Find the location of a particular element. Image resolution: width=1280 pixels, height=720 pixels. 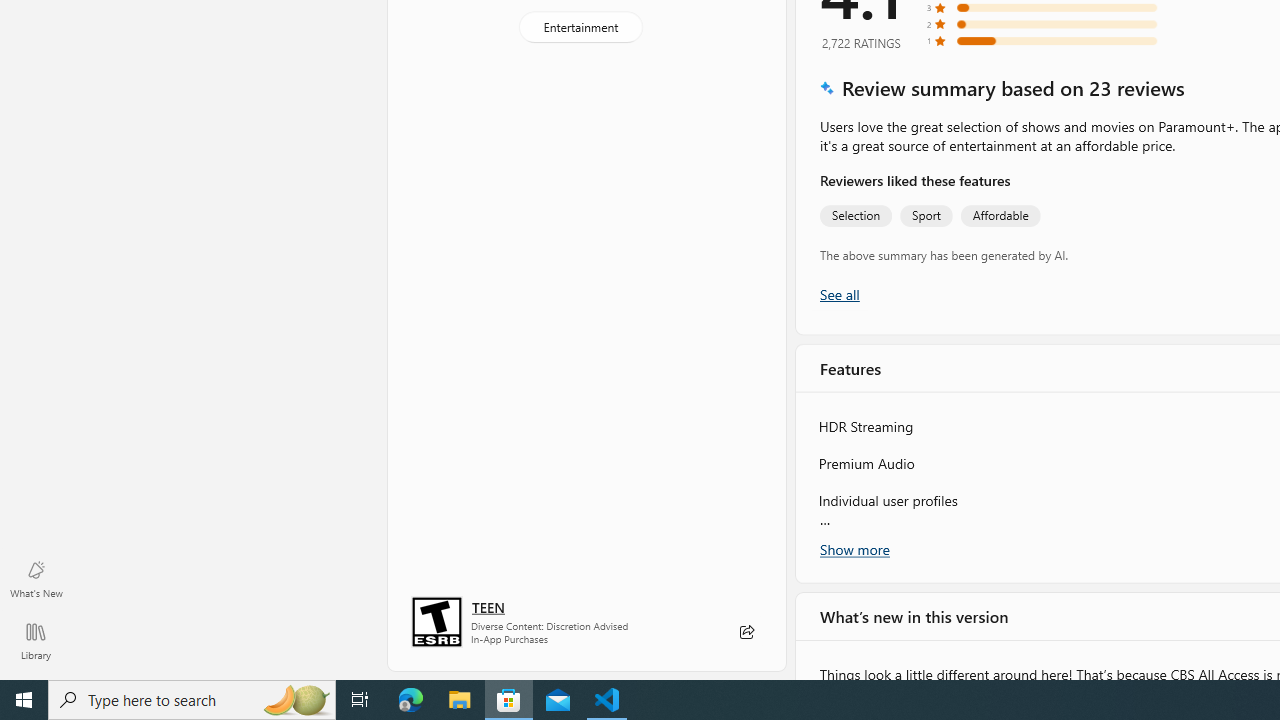

'What' is located at coordinates (35, 578).